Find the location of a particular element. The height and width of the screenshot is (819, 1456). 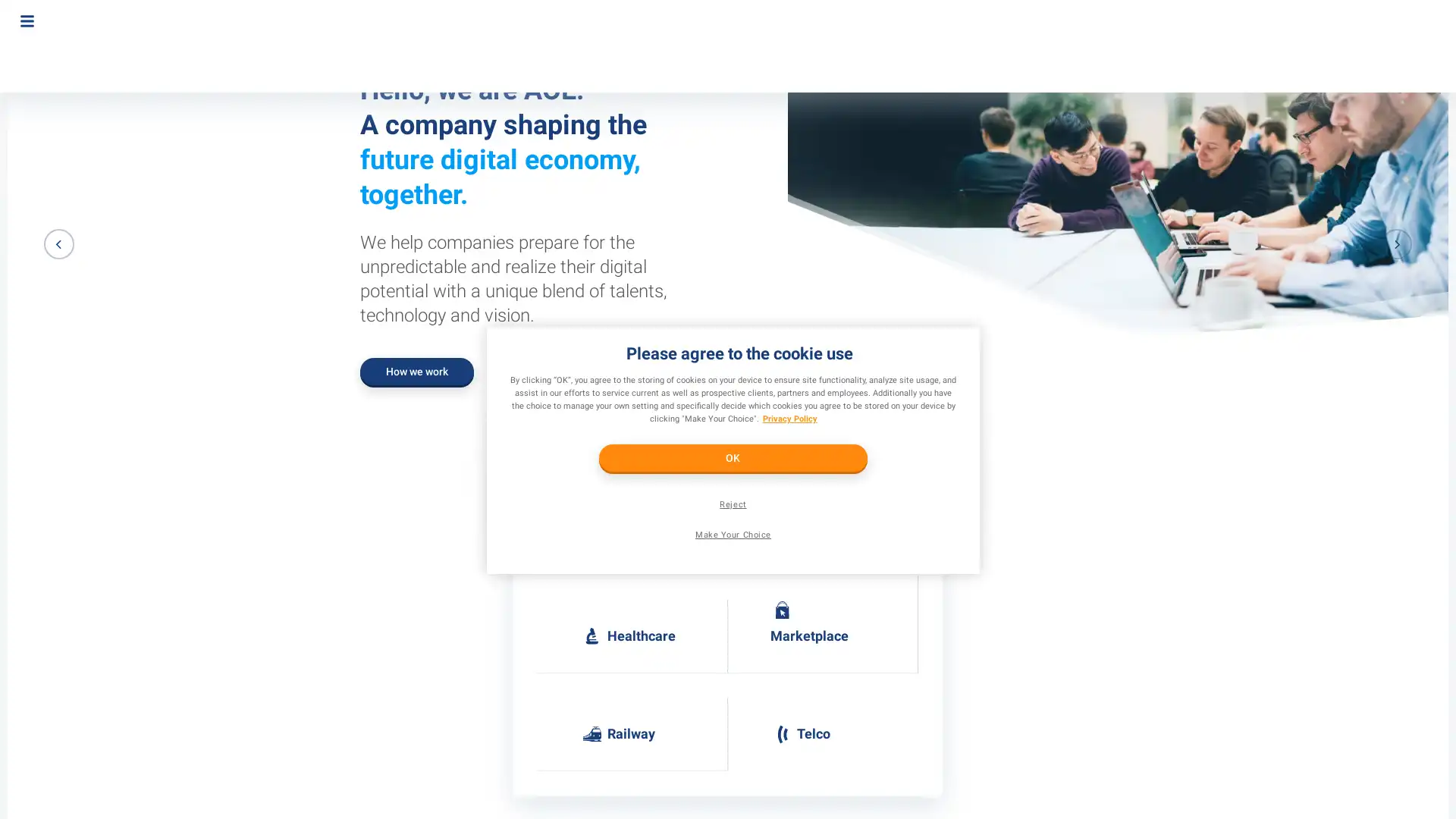

Reject is located at coordinates (733, 504).